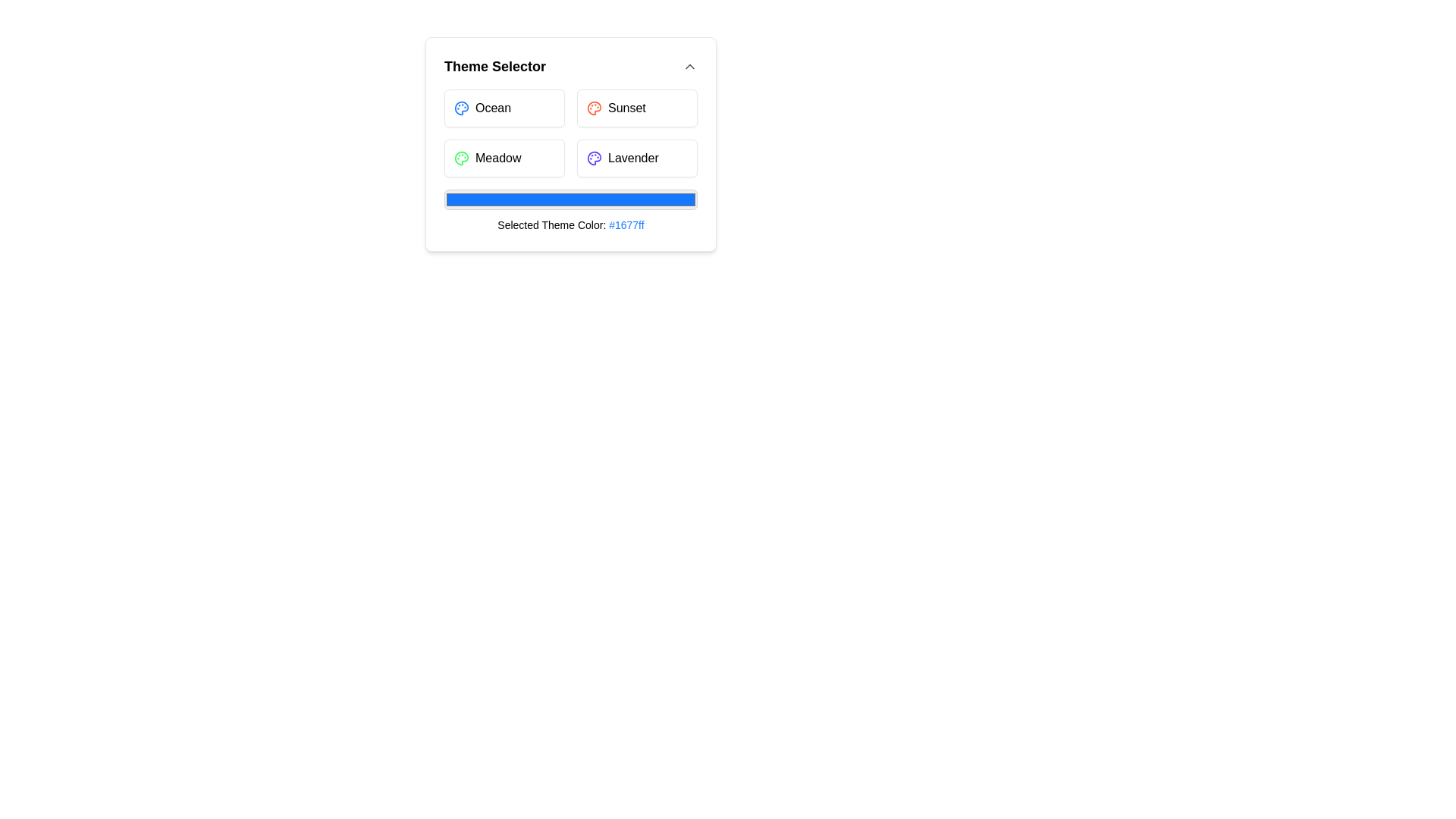 Image resolution: width=1456 pixels, height=819 pixels. Describe the element at coordinates (689, 66) in the screenshot. I see `the small, upward-pointing chevron icon in the top-right corner of the 'Theme Selector' area to trigger hover effects` at that location.